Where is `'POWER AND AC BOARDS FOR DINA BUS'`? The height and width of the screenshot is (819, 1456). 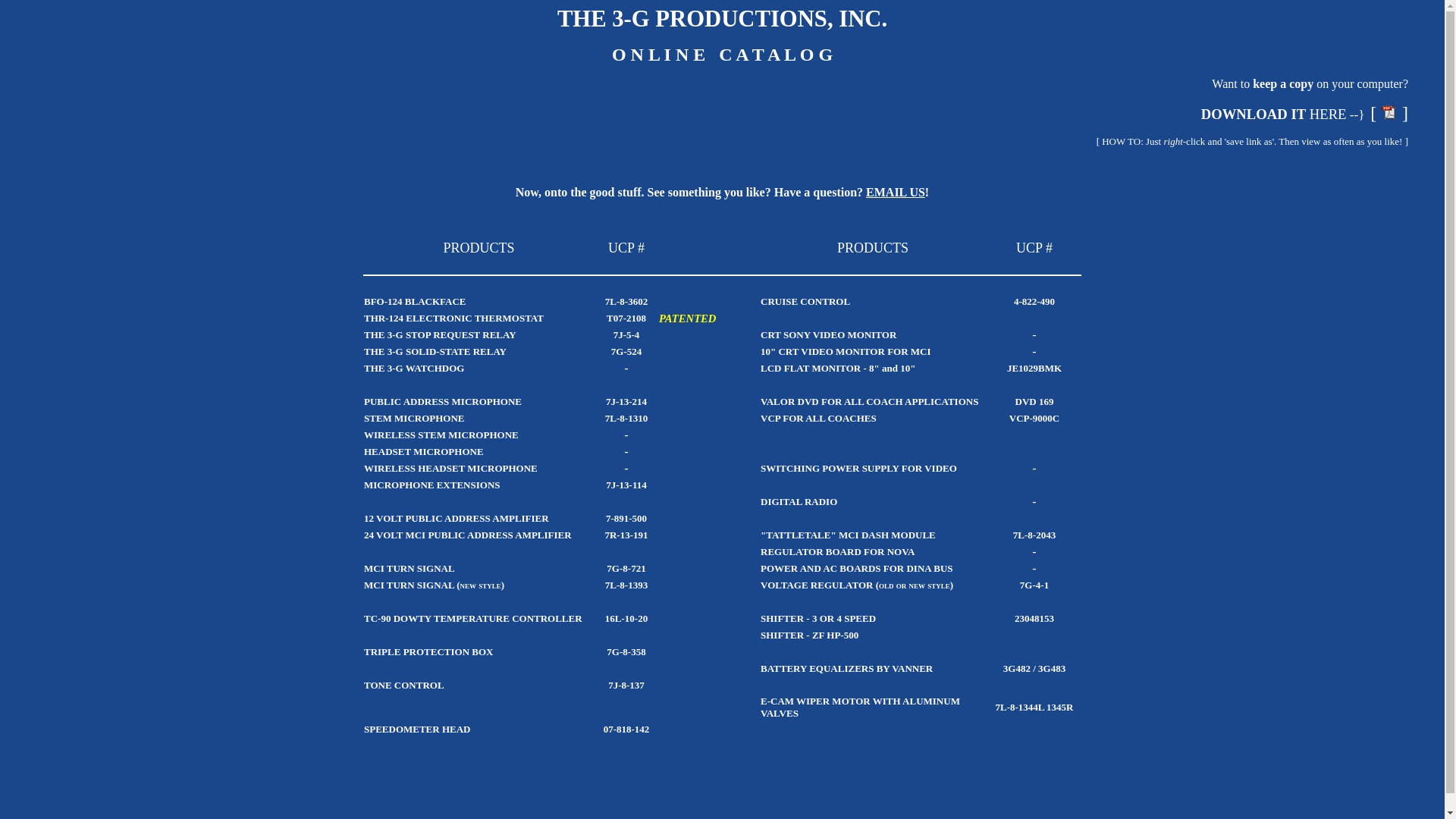 'POWER AND AC BOARDS FOR DINA BUS' is located at coordinates (761, 567).